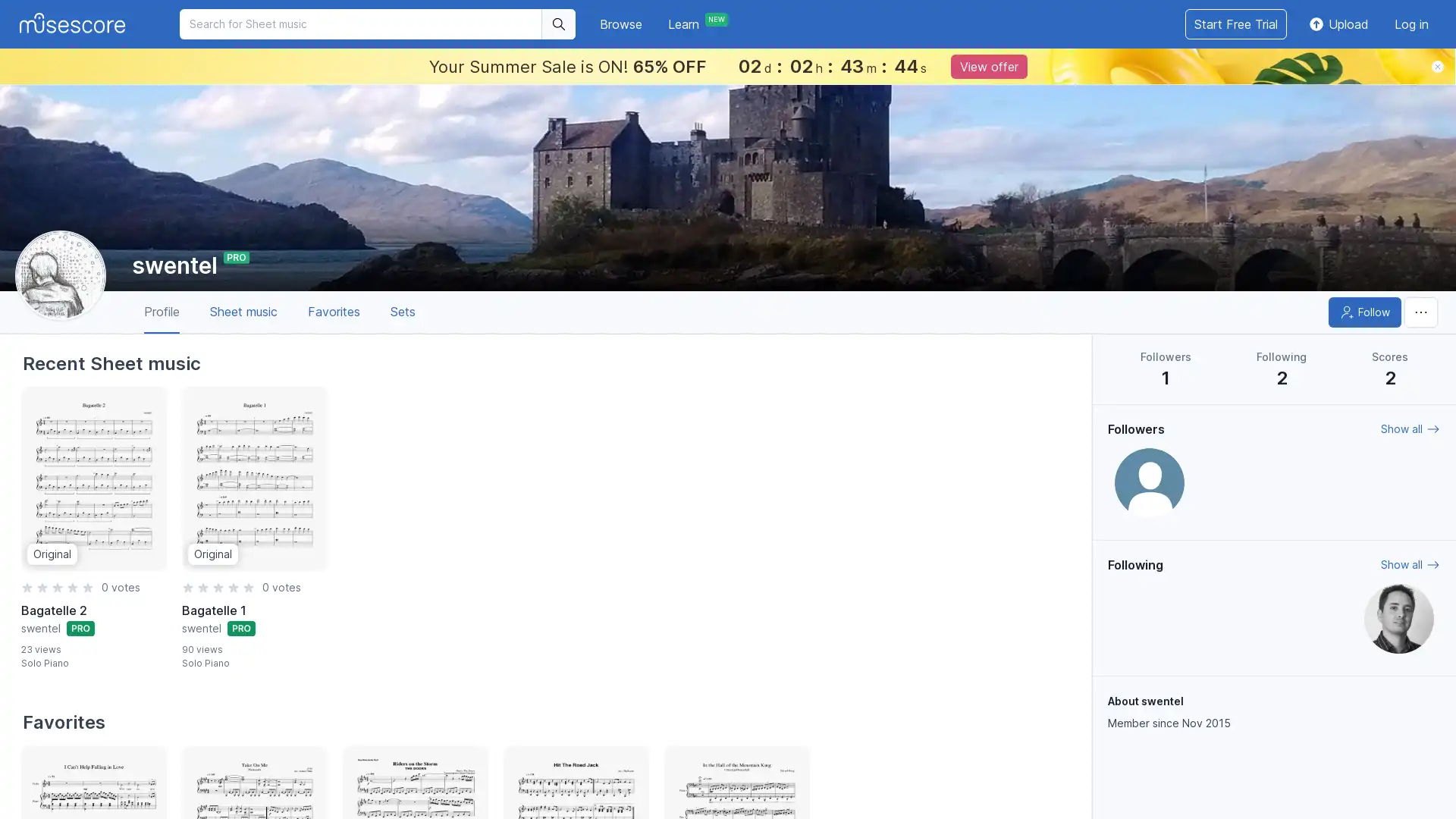 Image resolution: width=1456 pixels, height=819 pixels. Describe the element at coordinates (1410, 24) in the screenshot. I see `Log in` at that location.